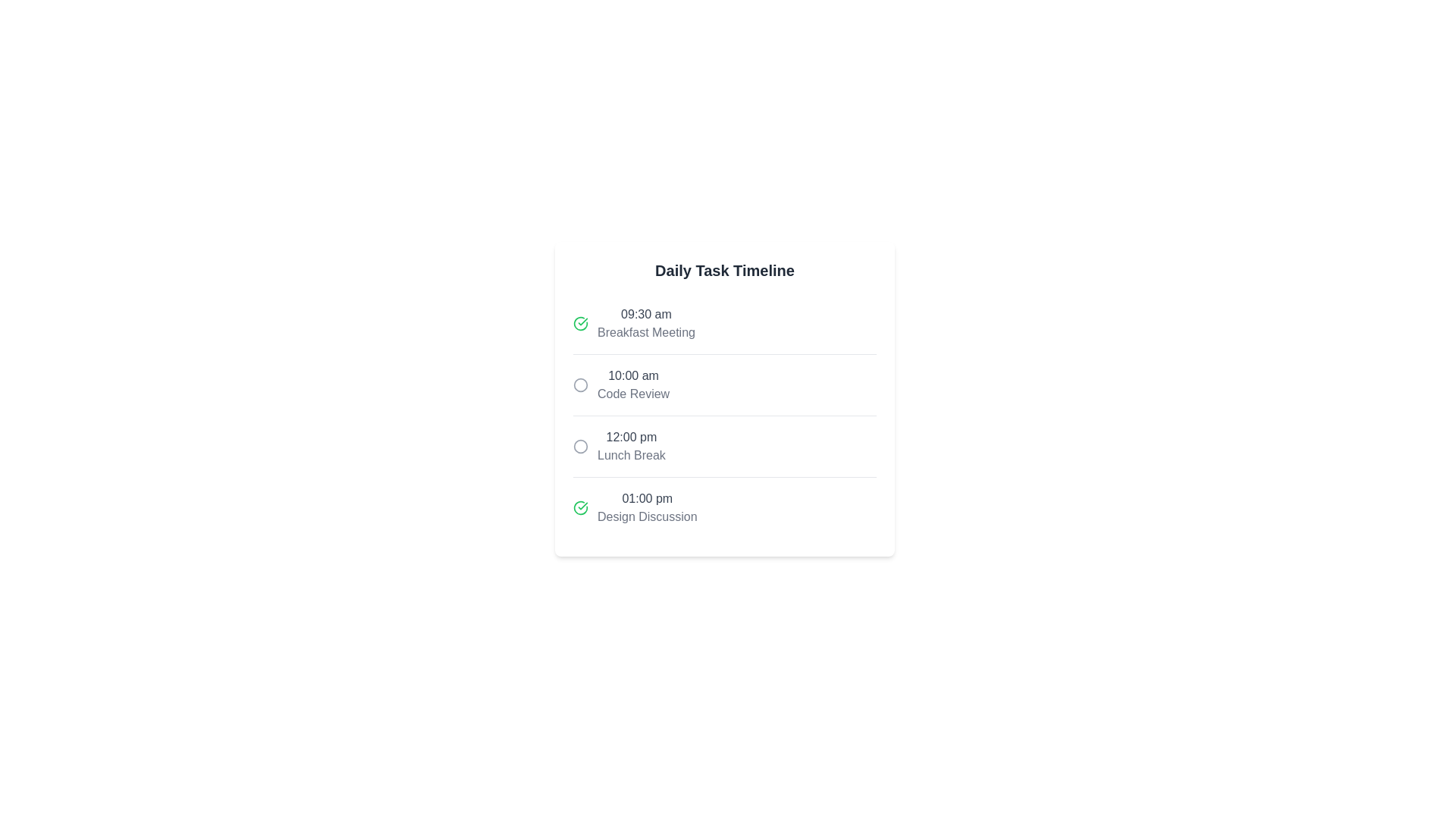 The width and height of the screenshot is (1456, 819). Describe the element at coordinates (633, 394) in the screenshot. I see `the static text label displaying 'Code Review' located beneath the time indicator '10:00 am' in the timeline interface` at that location.